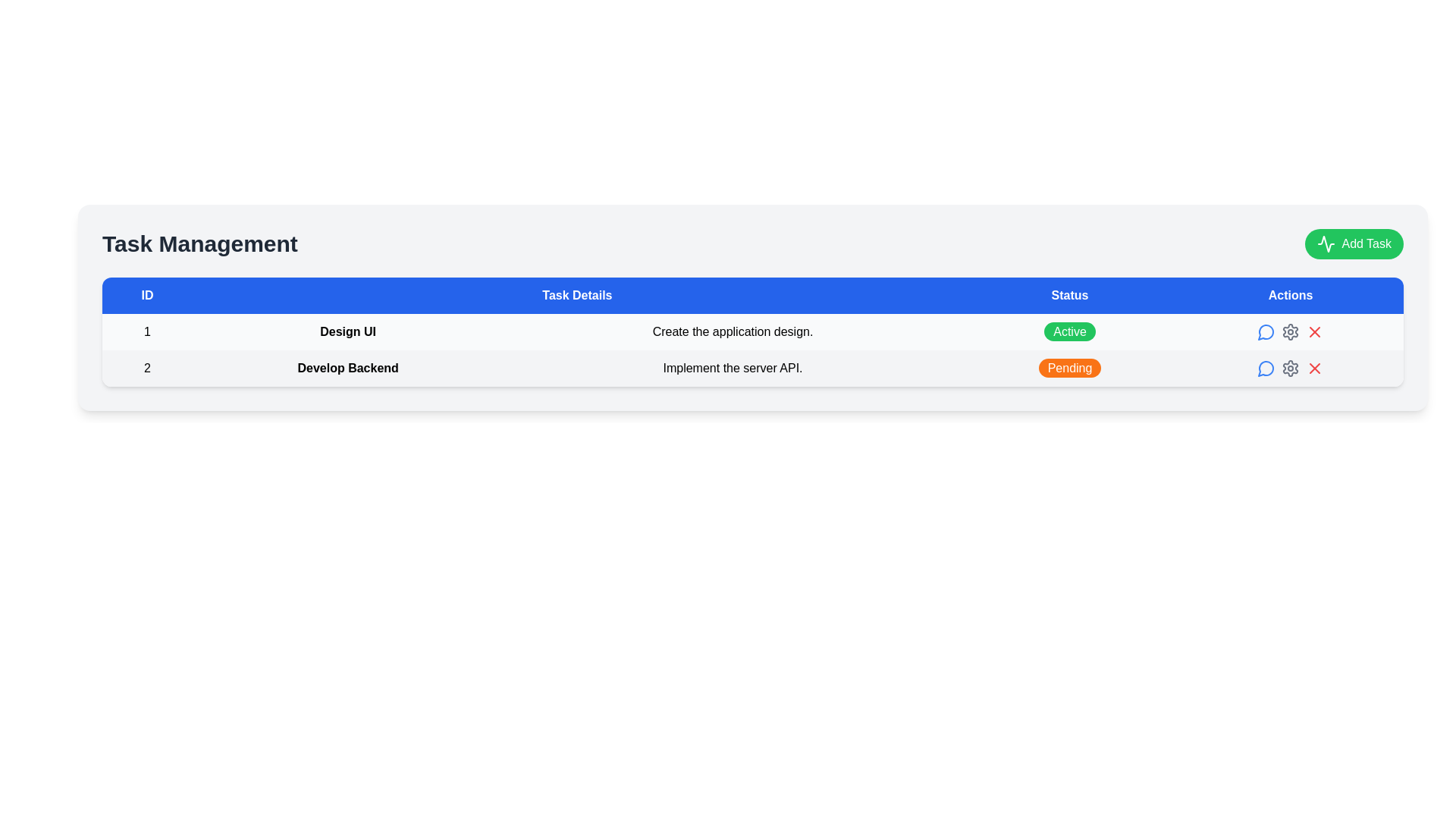  I want to click on the status of the 'Pending' status indicator tag, which is a pill-shaped label with an orange background and white bold text, located in the second row of the 'Status' column in the task management interface, so click(1069, 368).